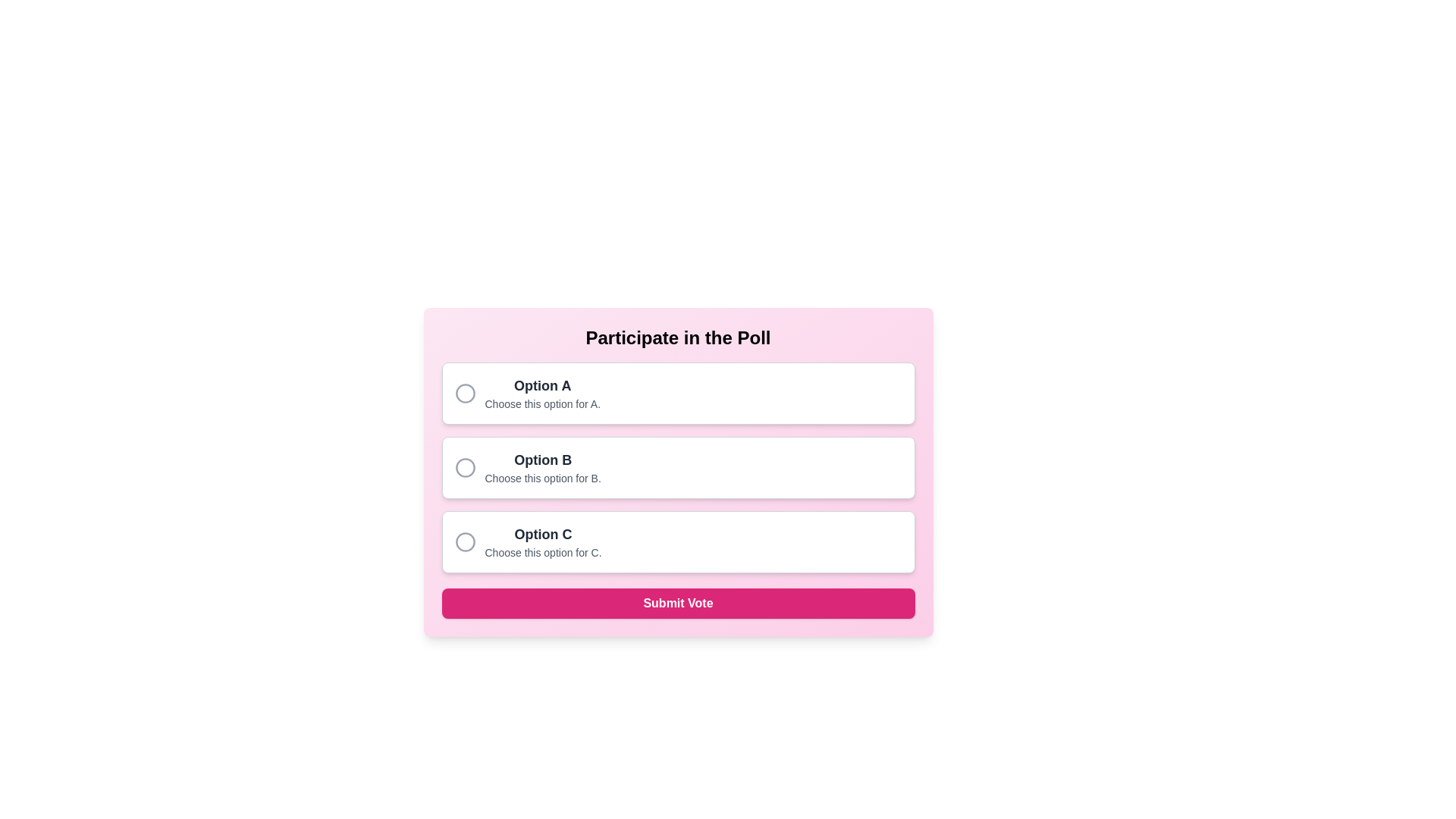 The image size is (1456, 819). Describe the element at coordinates (543, 541) in the screenshot. I see `the text label displaying 'Option C' with a description 'Choose this option for C.', which is located below 'Option B' and above the action button` at that location.